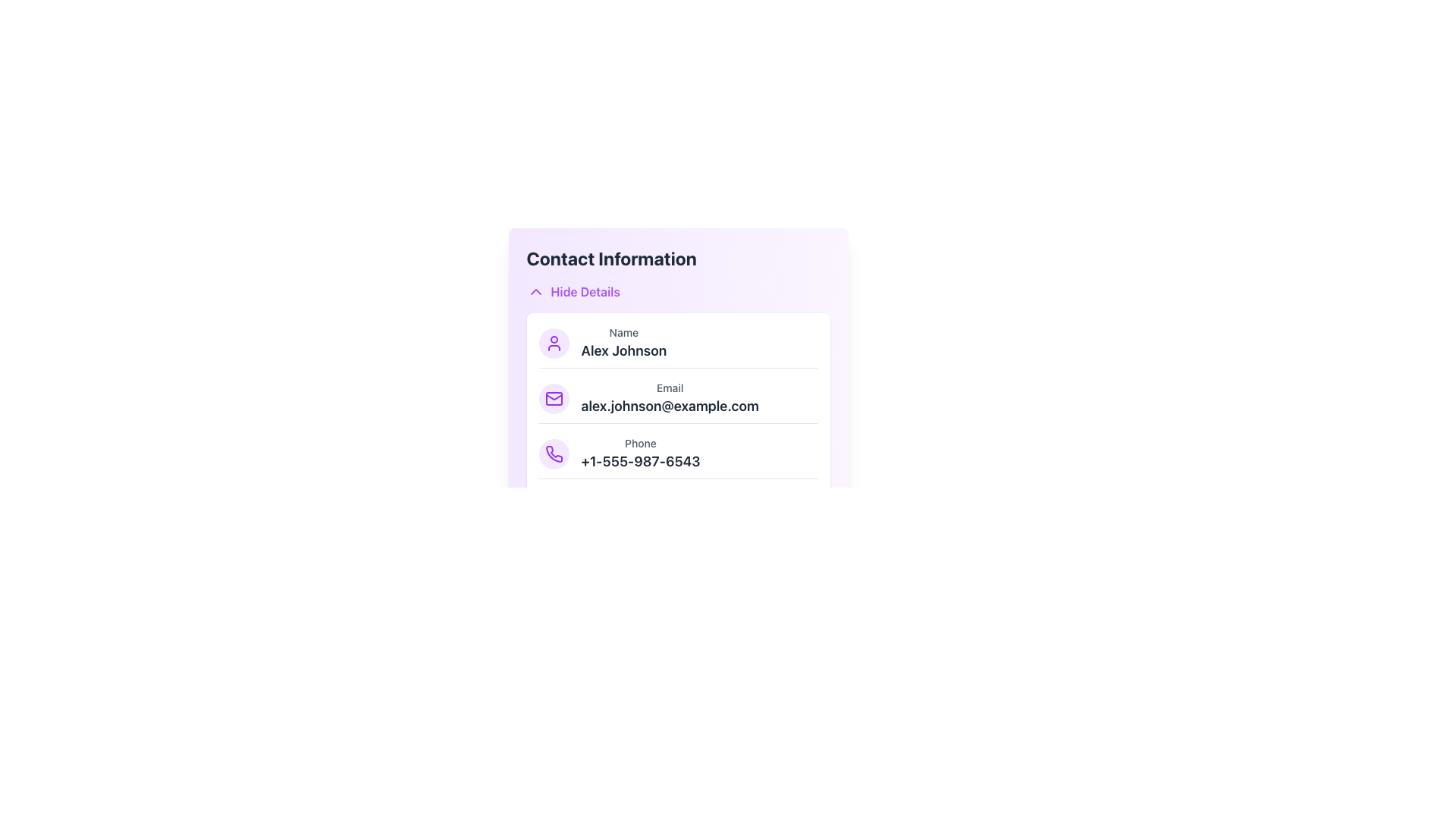 This screenshot has height=819, width=1456. Describe the element at coordinates (623, 332) in the screenshot. I see `the 'Name' text label, which is displayed in gray on a white background and aligned to the left of the profile name 'Alex Johnson'` at that location.